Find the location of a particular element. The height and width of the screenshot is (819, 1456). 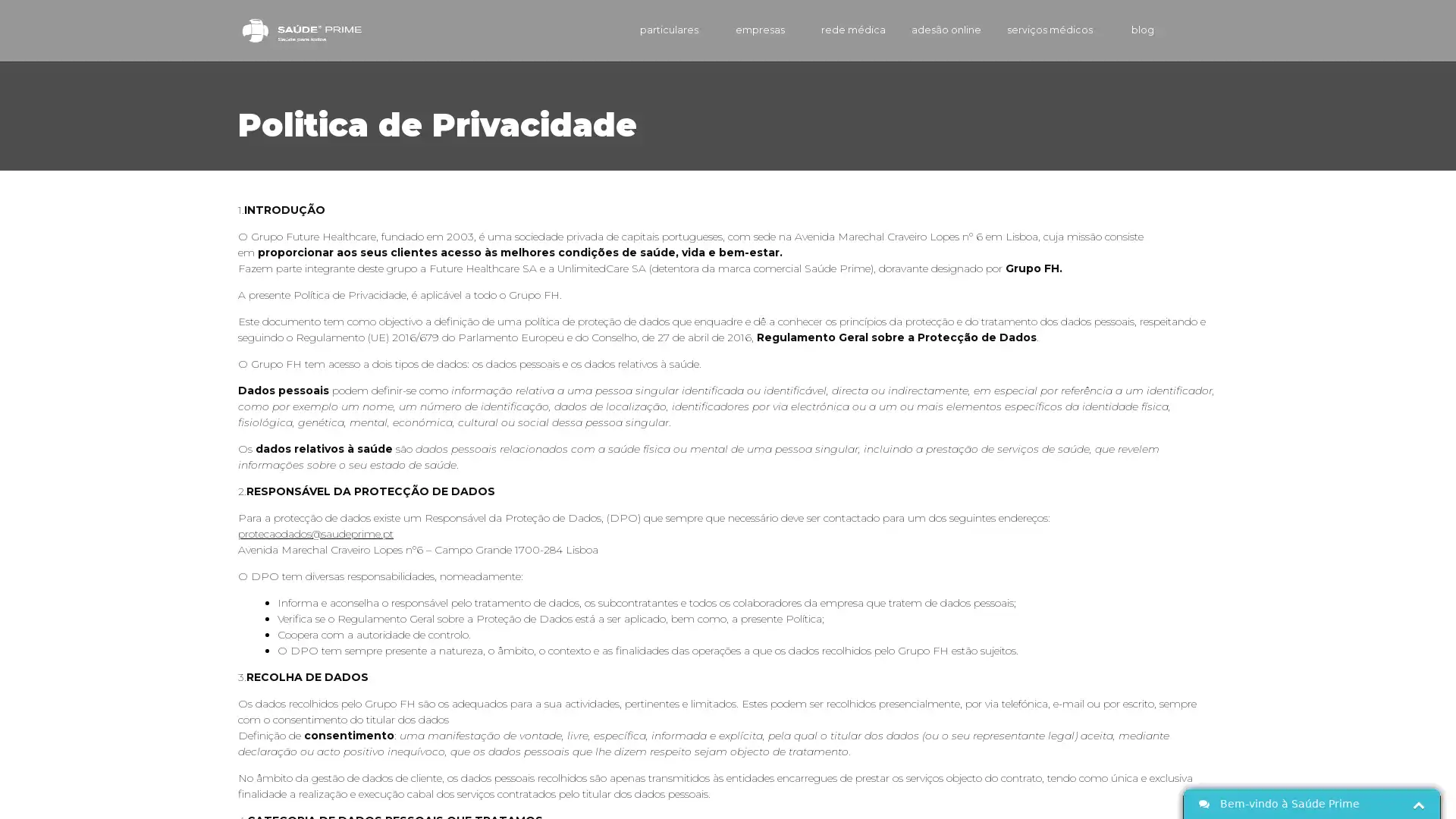

Areas Privadas is located at coordinates (1197, 30).